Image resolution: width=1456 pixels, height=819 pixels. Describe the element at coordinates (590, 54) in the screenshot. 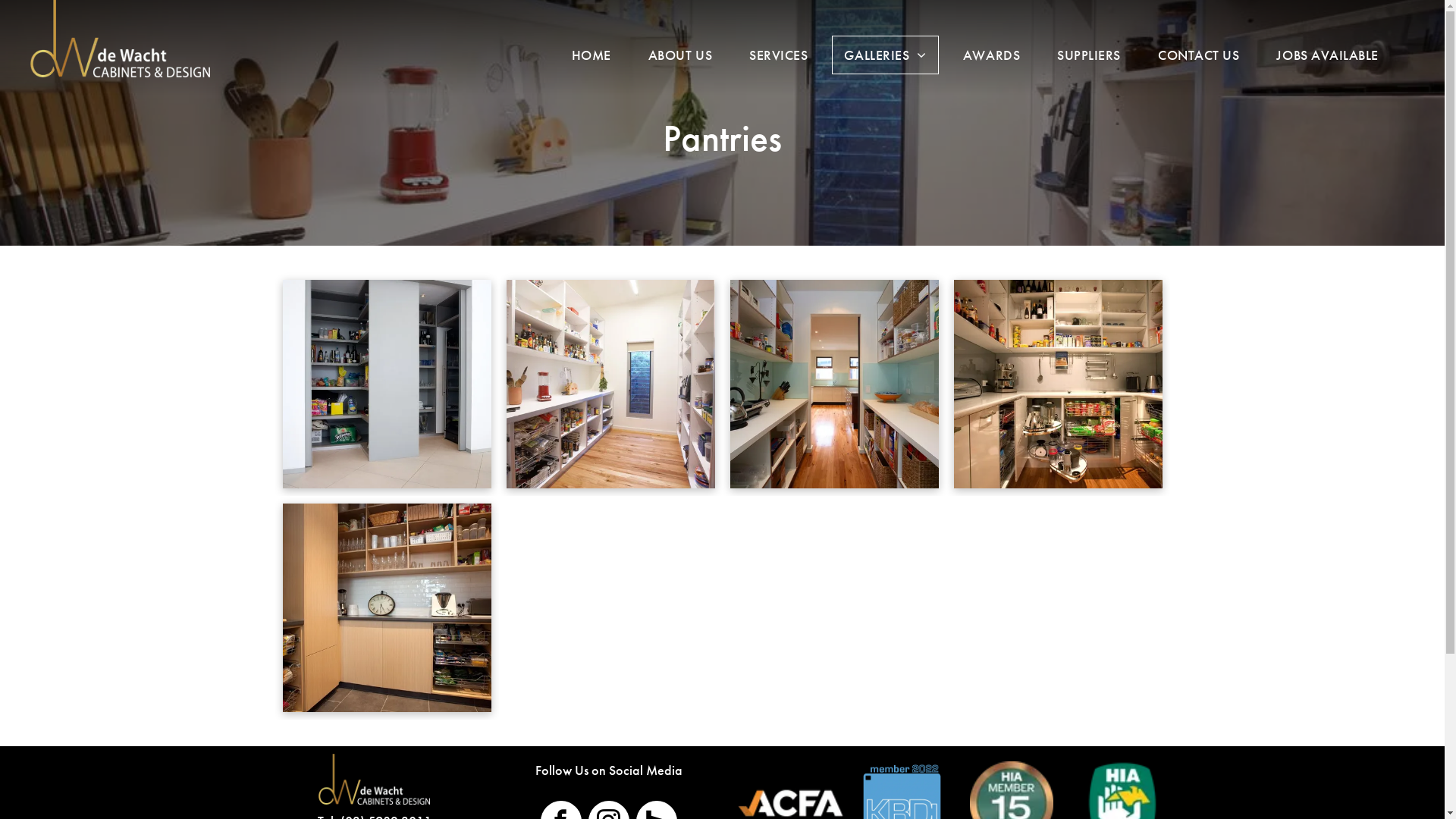

I see `'HOME'` at that location.